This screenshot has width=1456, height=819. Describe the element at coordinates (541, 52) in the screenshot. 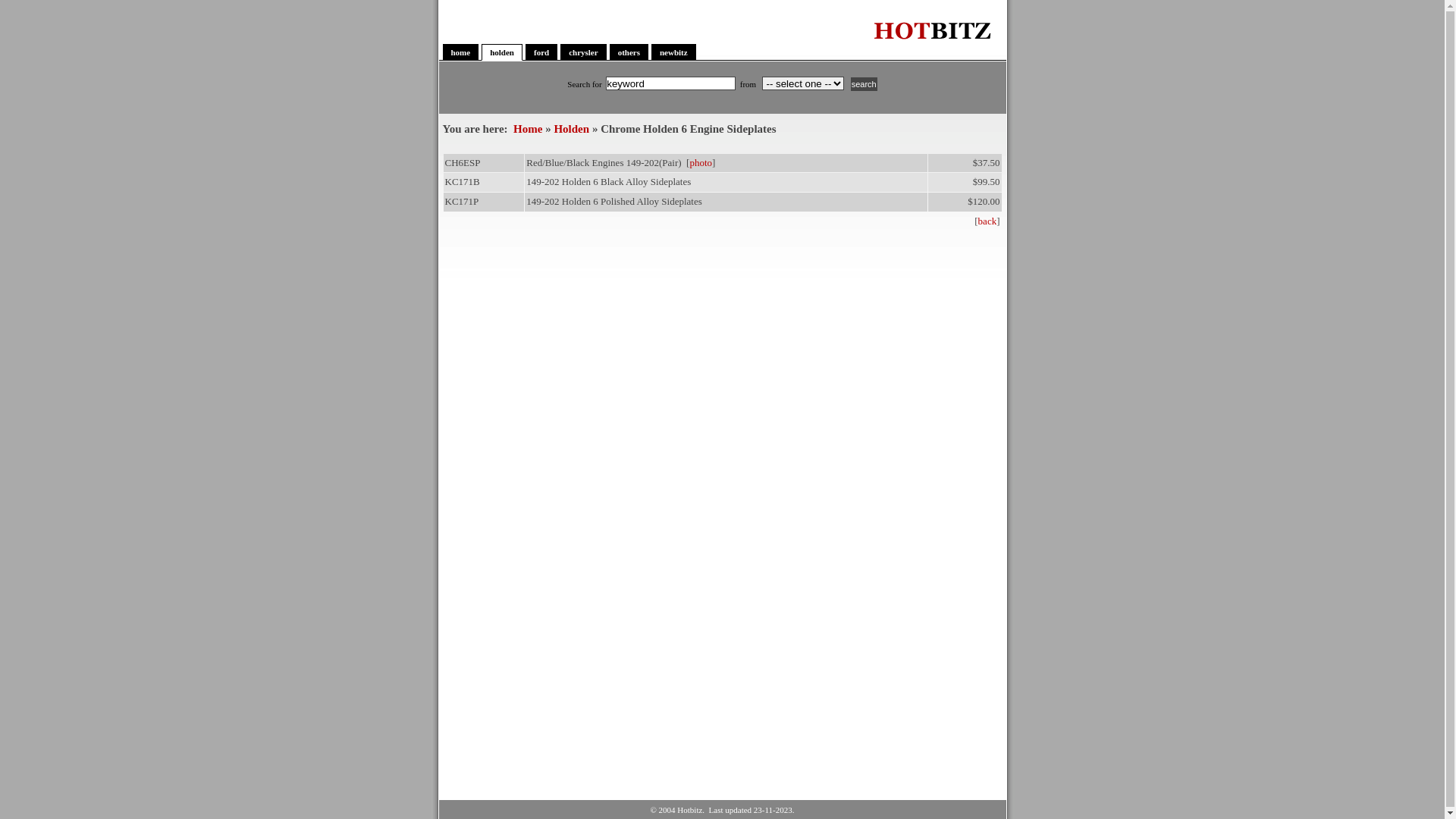

I see `'ford'` at that location.